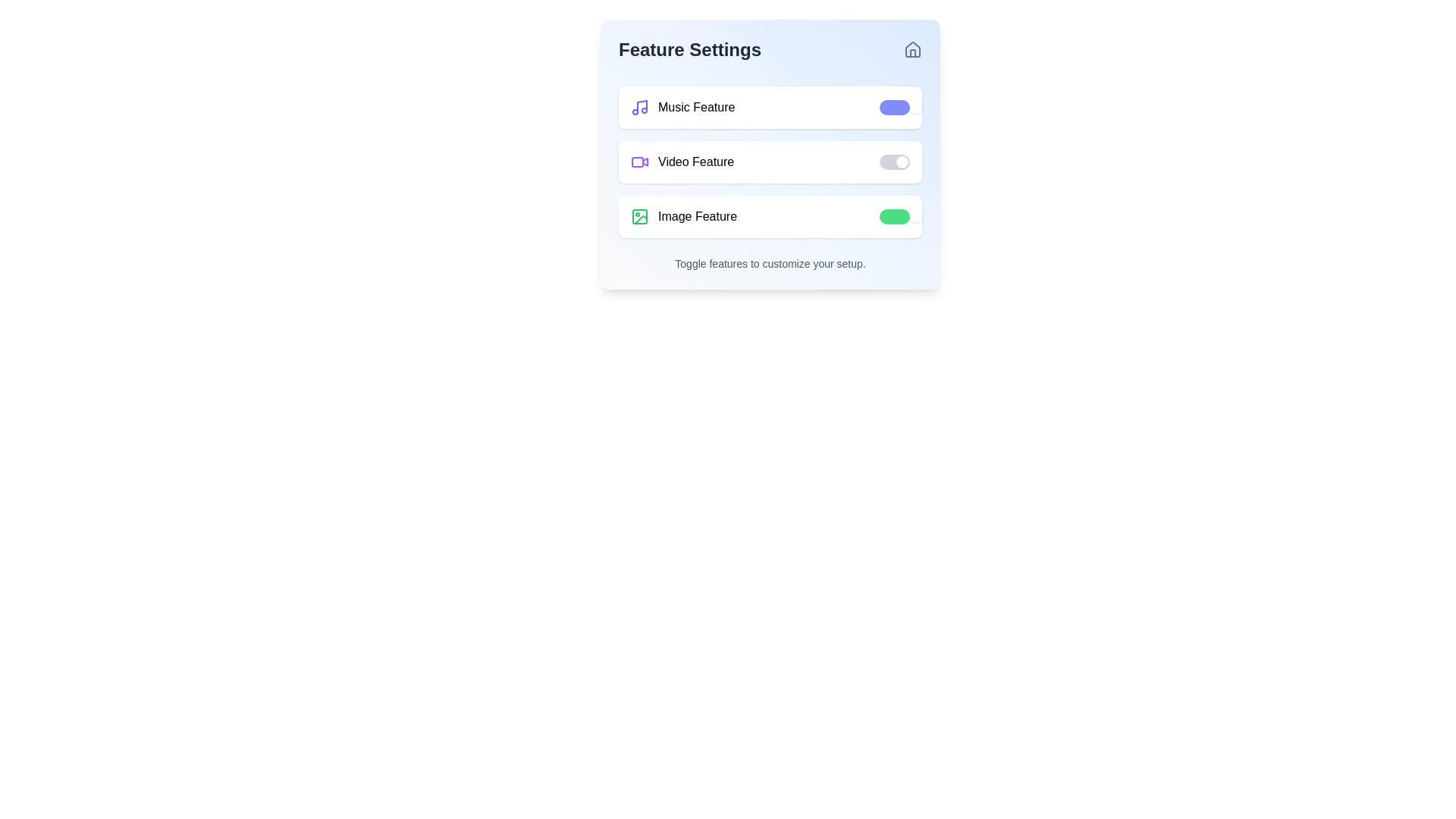 The height and width of the screenshot is (819, 1456). What do you see at coordinates (697, 216) in the screenshot?
I see `the 'Image Feature' text label` at bounding box center [697, 216].